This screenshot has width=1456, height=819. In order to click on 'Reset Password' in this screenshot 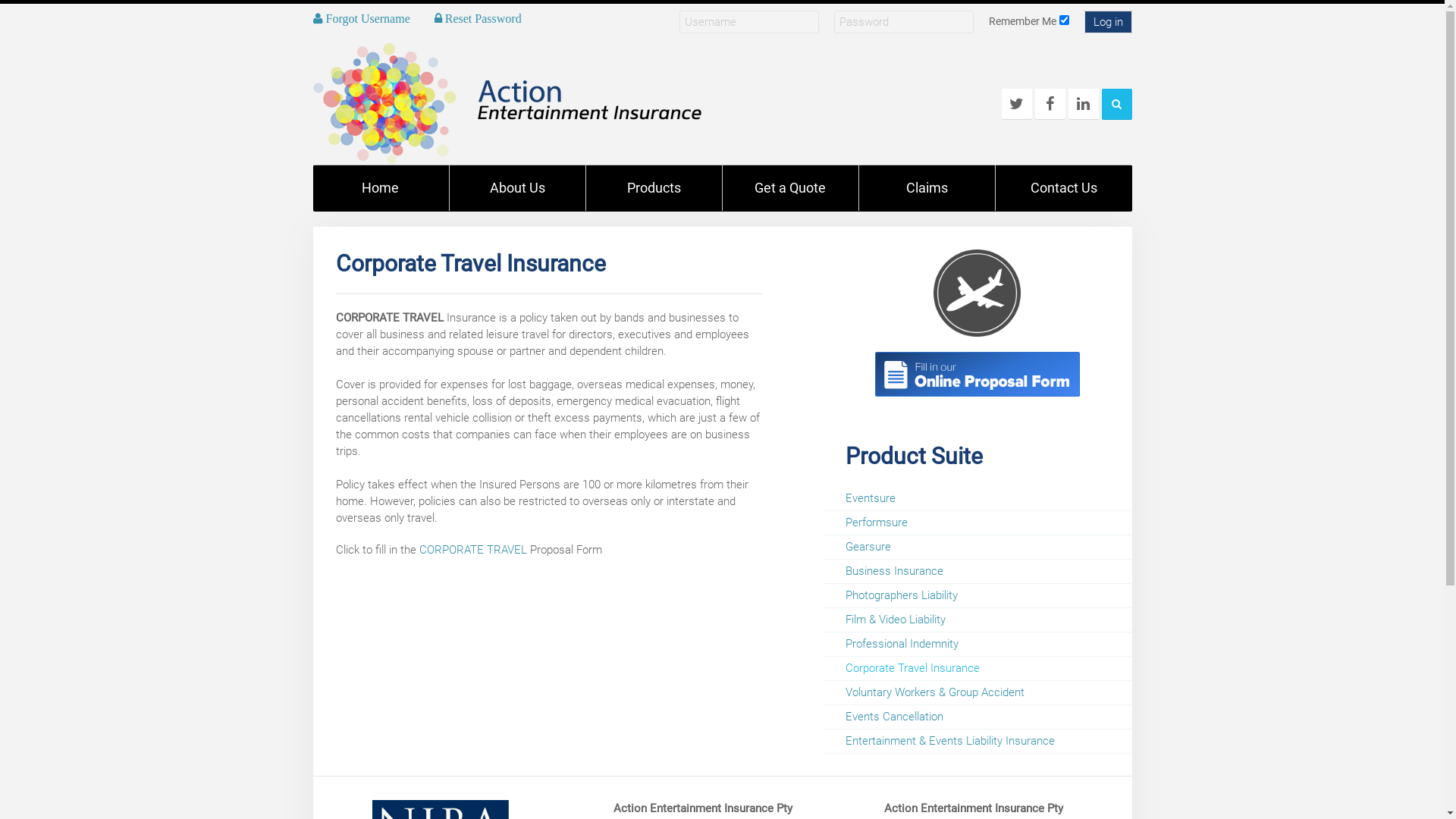, I will do `click(477, 17)`.